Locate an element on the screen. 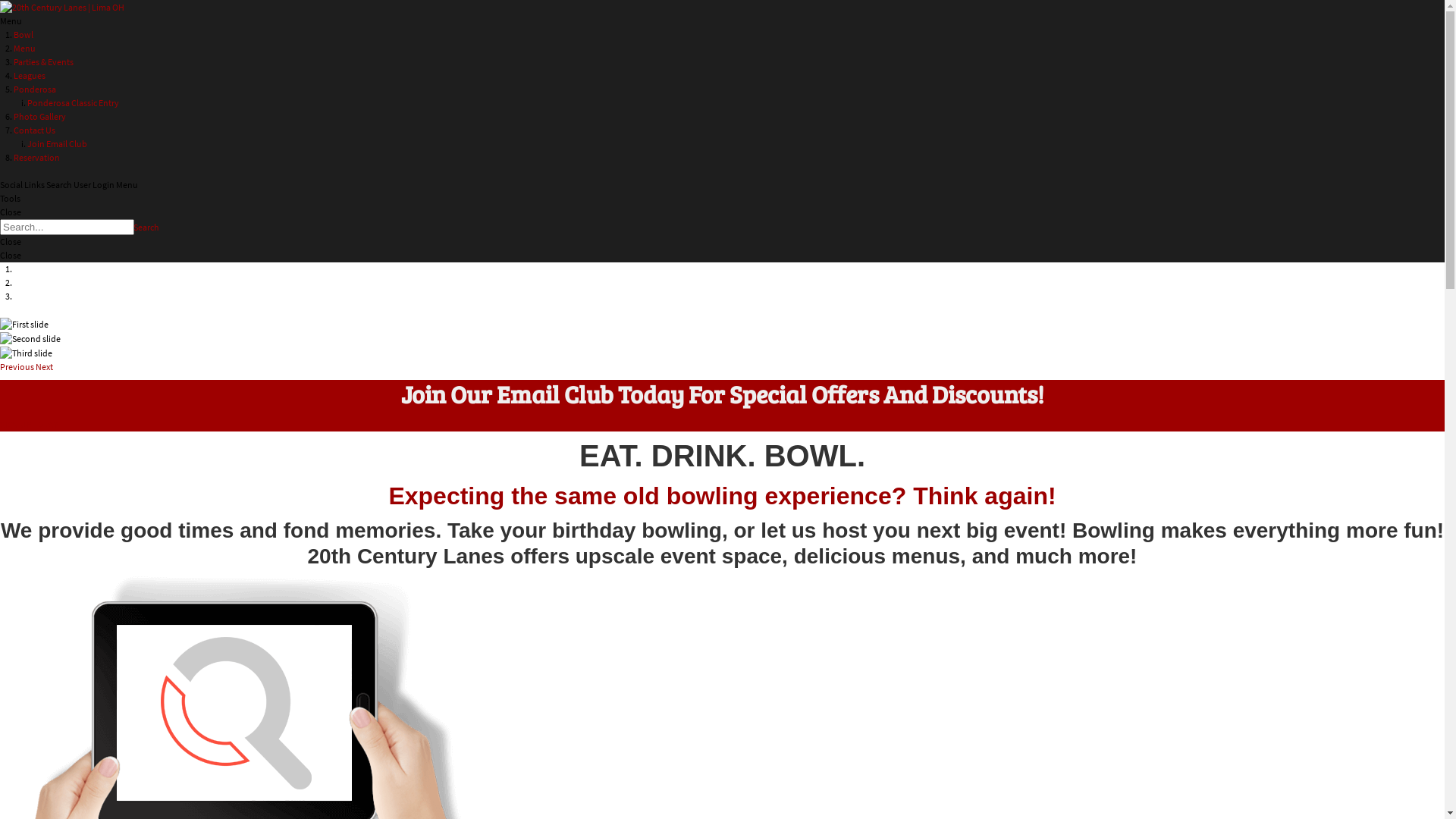 This screenshot has height=819, width=1456. '20th Century Lanes | Lima OH' is located at coordinates (61, 6).